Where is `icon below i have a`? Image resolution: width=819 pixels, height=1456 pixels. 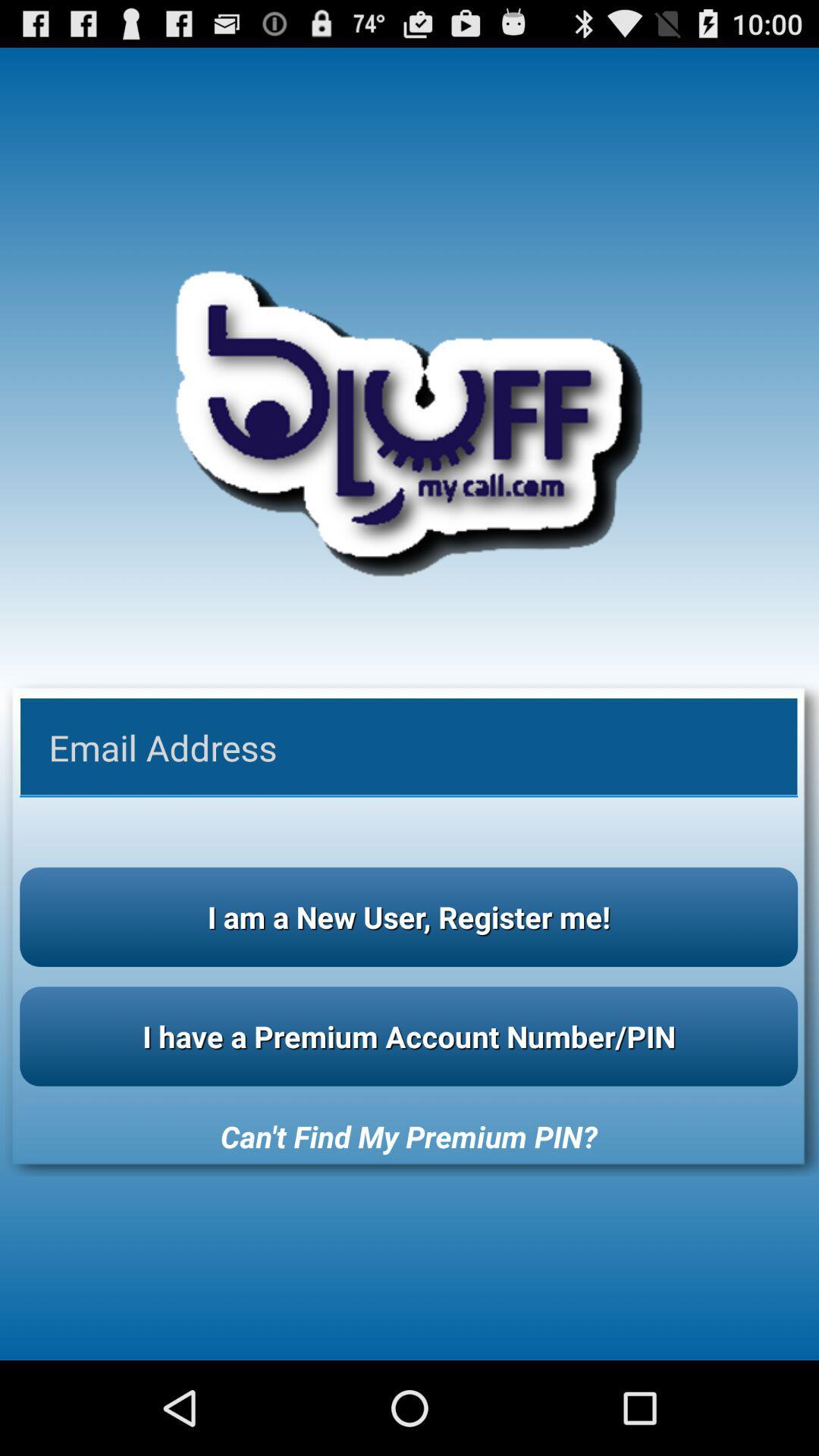
icon below i have a is located at coordinates (408, 1136).